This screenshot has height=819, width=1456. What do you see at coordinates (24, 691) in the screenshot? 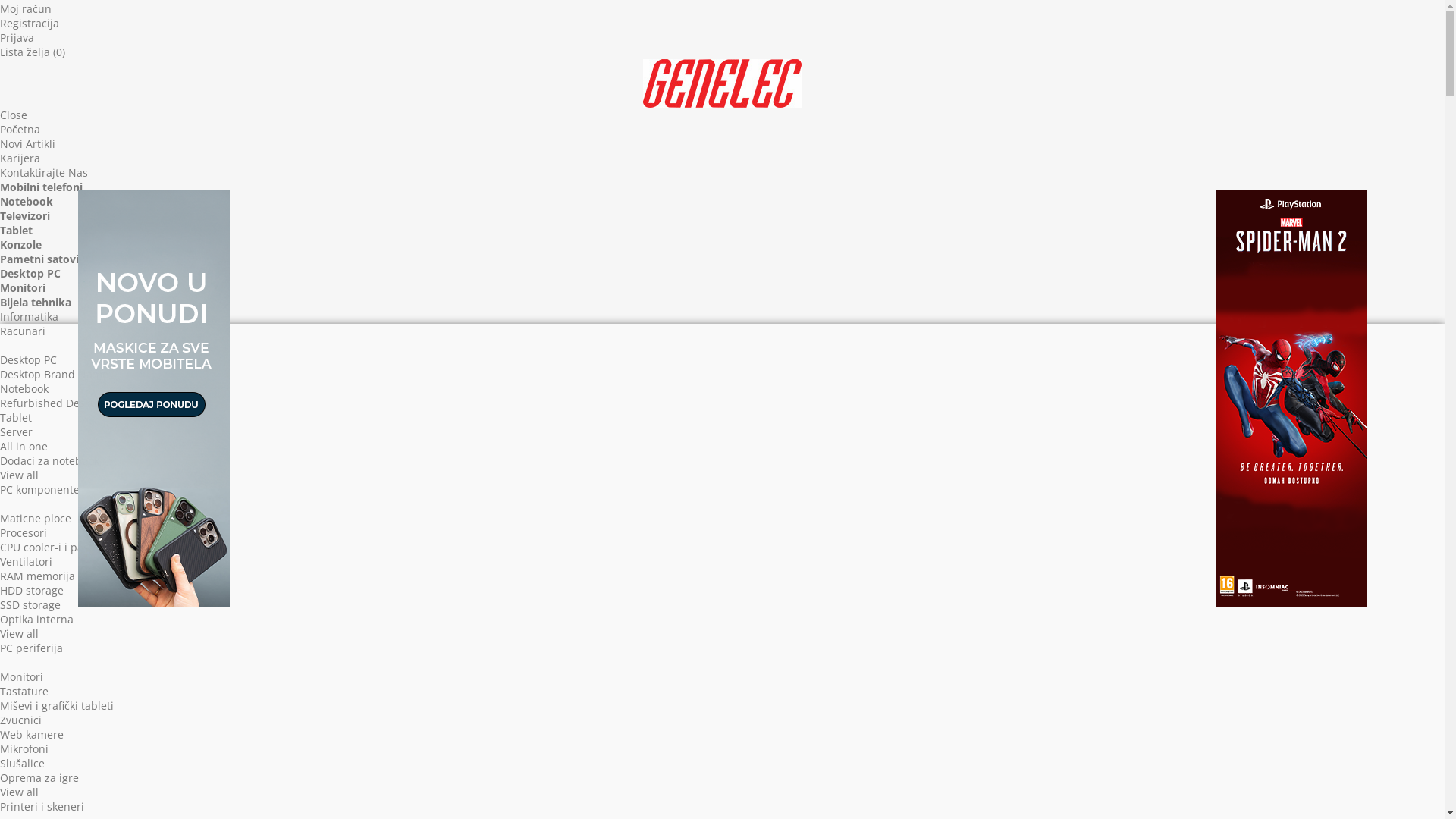
I see `'Tastature'` at bounding box center [24, 691].